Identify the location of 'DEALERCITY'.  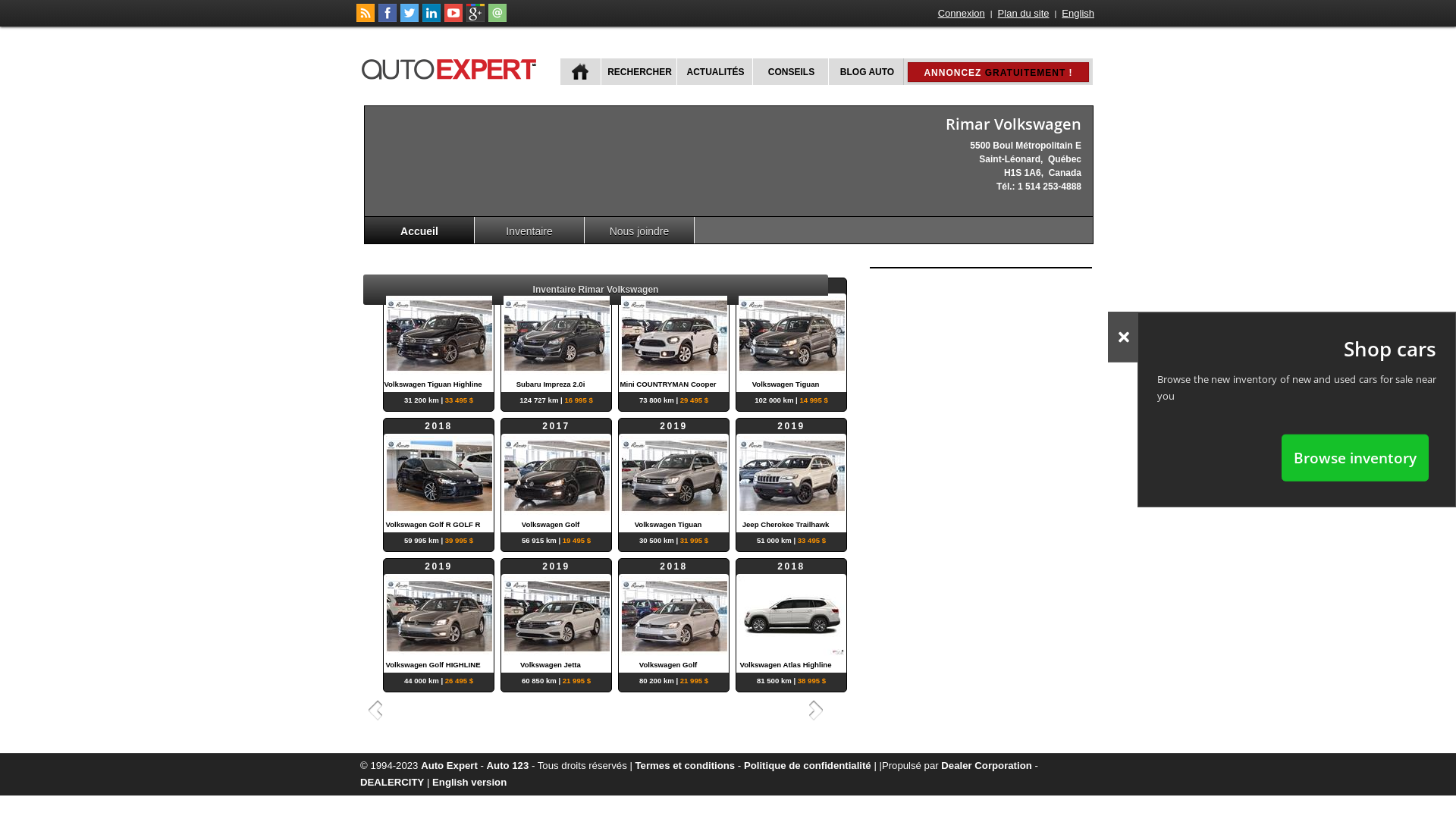
(392, 782).